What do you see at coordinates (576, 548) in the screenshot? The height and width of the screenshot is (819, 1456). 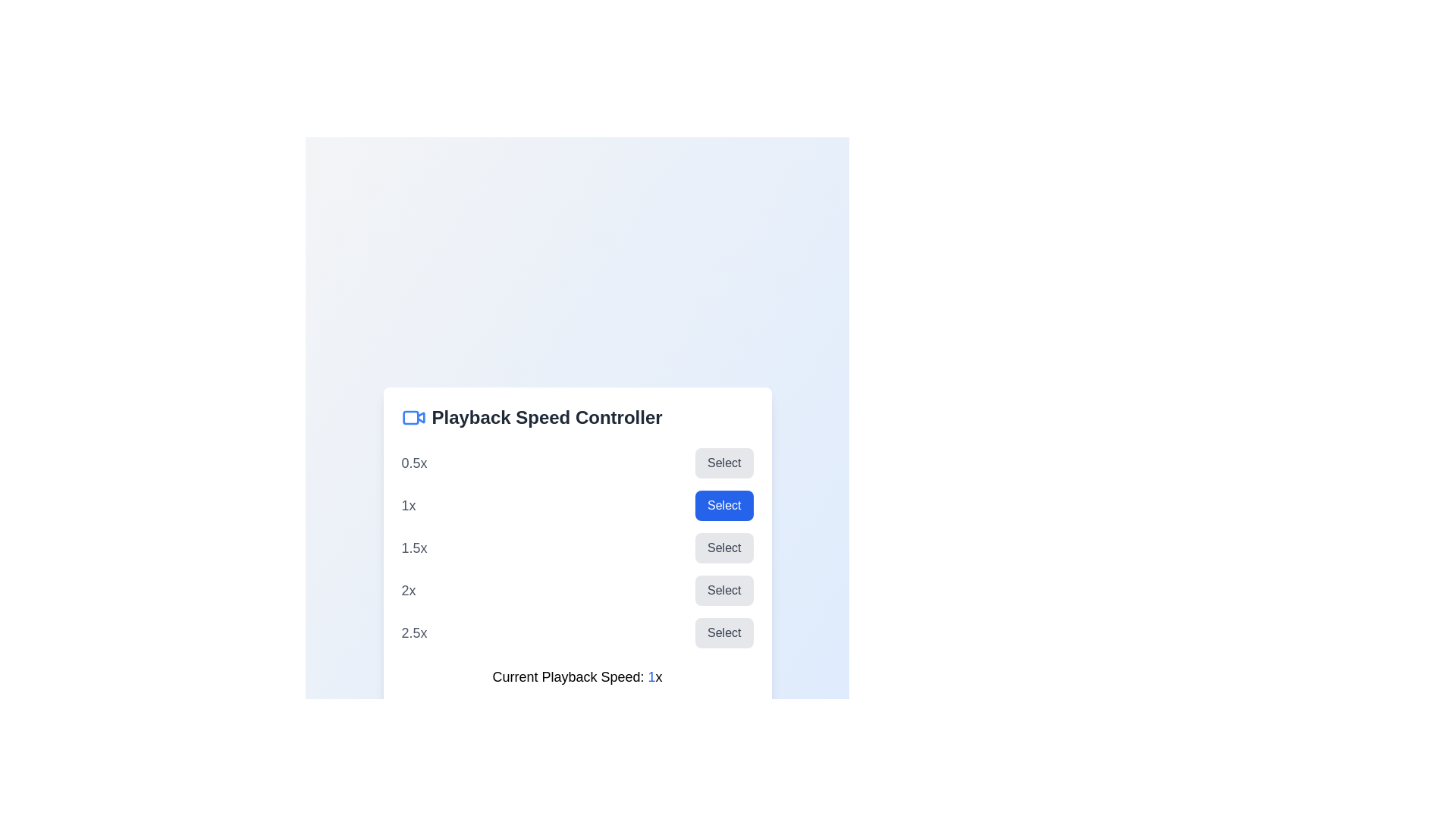 I see `the 'Select' button for the desired playback speed option in the 'Playback Speed Controller' list, which allows the user to set the playback speed` at bounding box center [576, 548].